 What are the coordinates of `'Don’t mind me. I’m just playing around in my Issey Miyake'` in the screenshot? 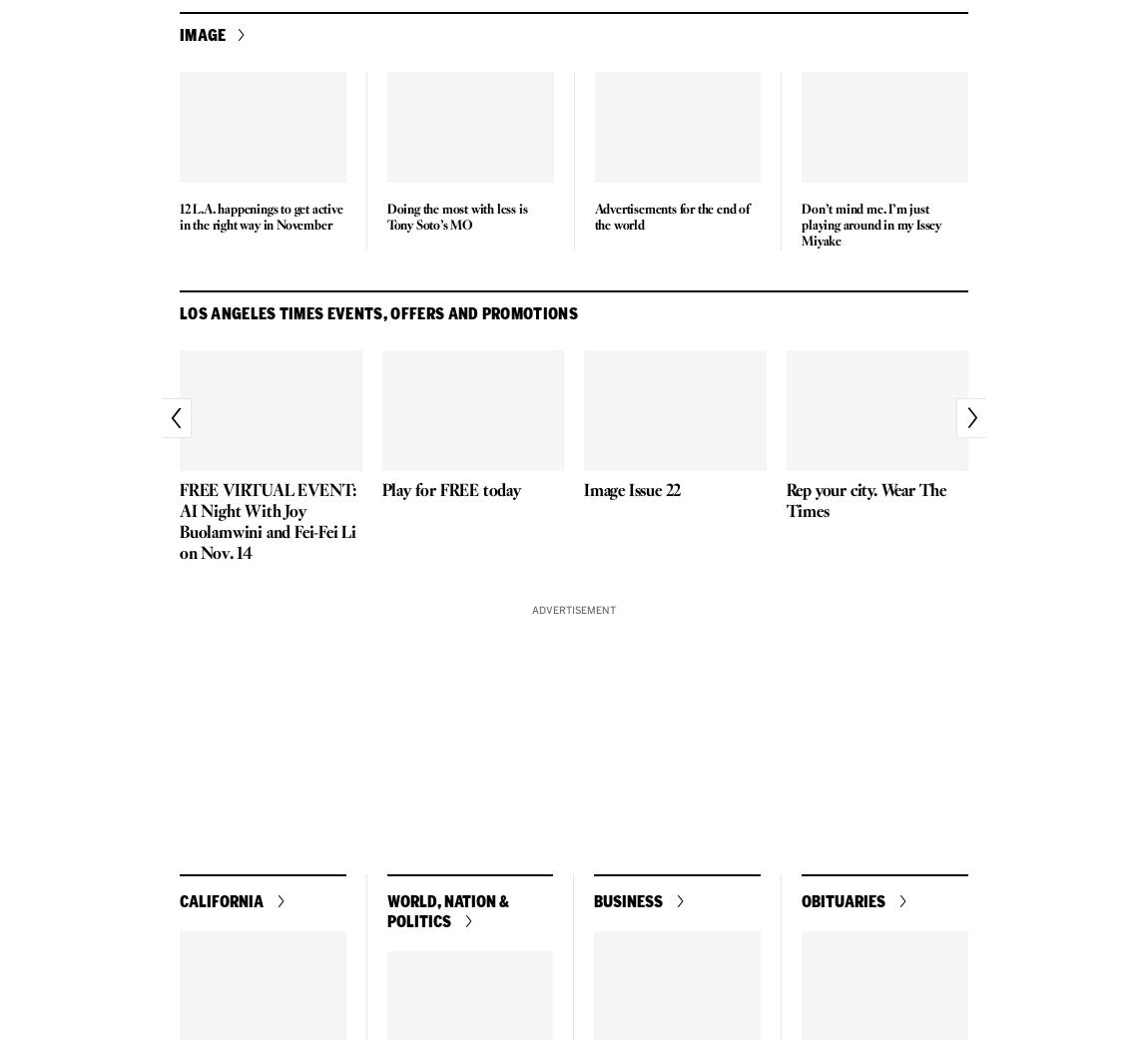 It's located at (870, 224).